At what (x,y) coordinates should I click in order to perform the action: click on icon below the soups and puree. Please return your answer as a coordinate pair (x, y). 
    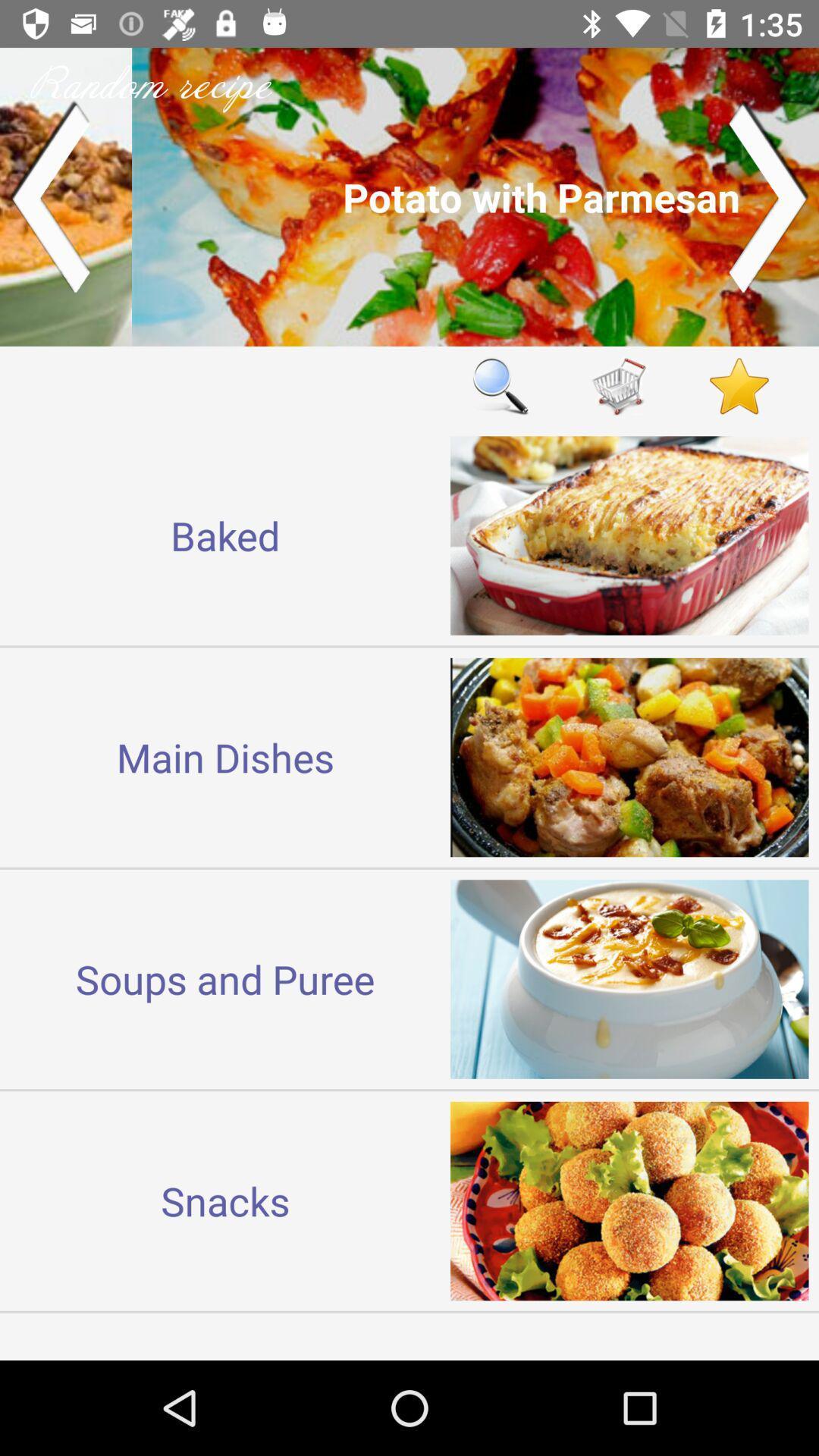
    Looking at the image, I should click on (225, 1200).